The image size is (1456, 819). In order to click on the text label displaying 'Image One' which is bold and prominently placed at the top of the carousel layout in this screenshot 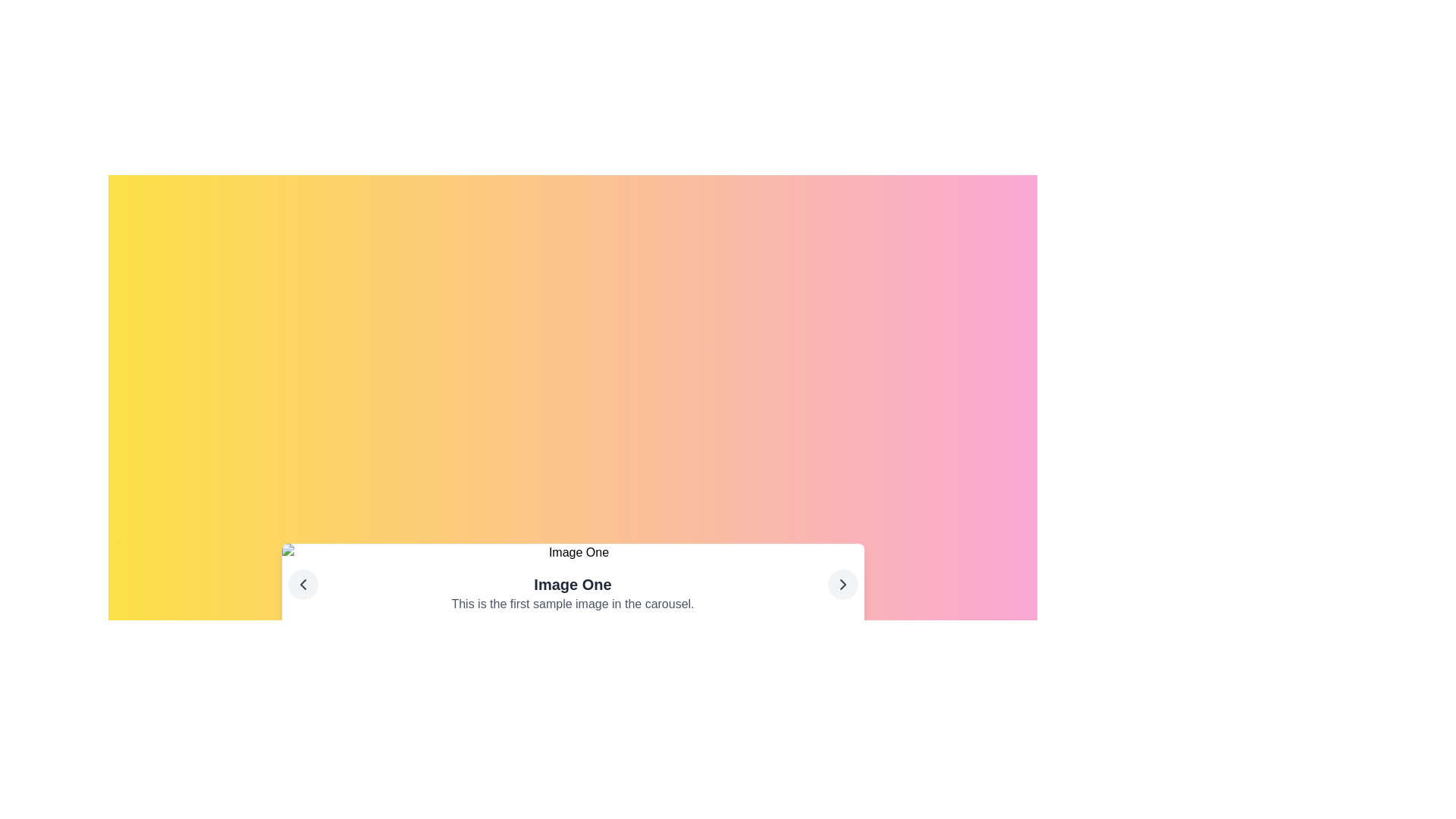, I will do `click(572, 584)`.